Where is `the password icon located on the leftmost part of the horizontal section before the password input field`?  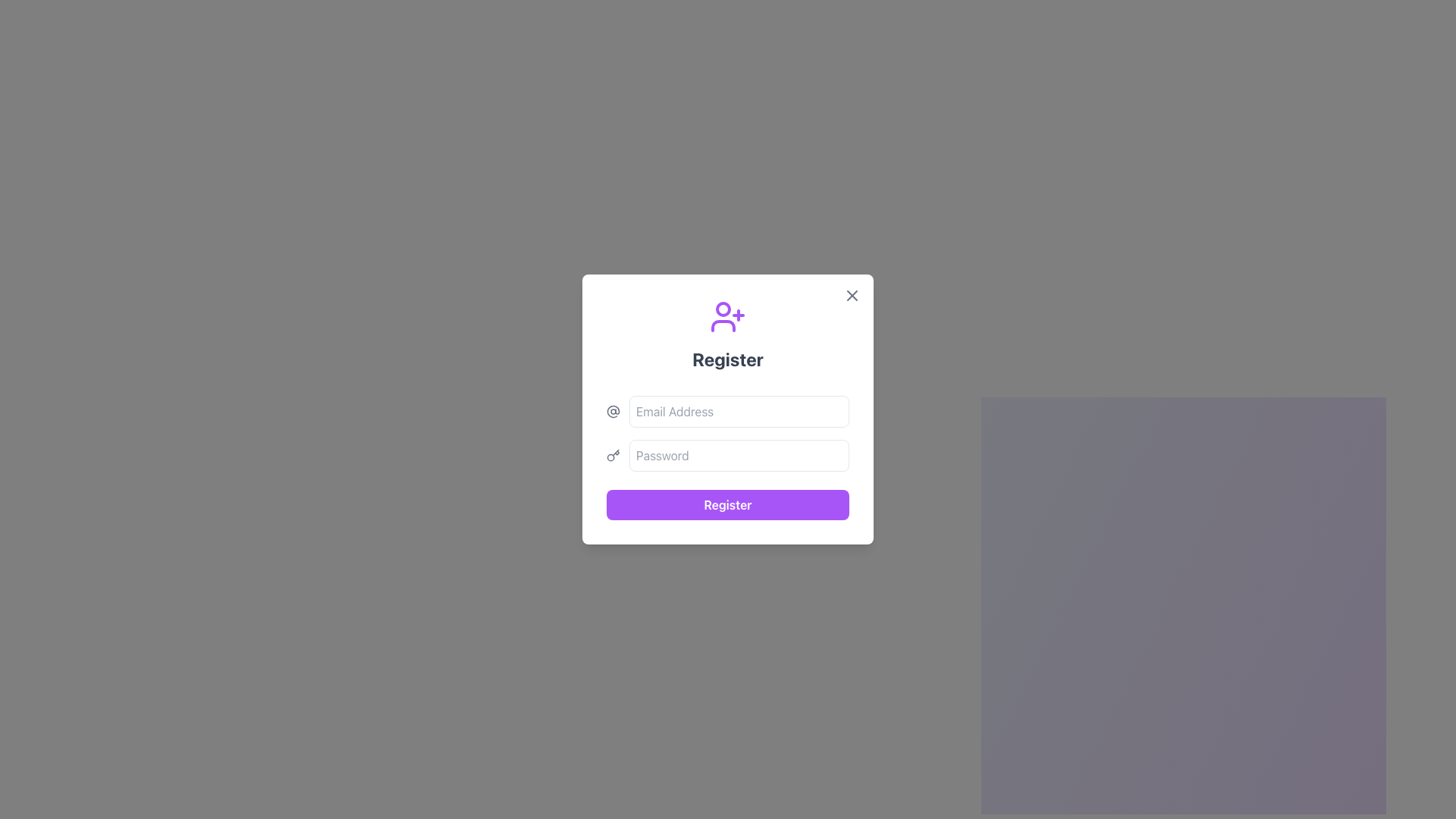 the password icon located on the leftmost part of the horizontal section before the password input field is located at coordinates (613, 455).